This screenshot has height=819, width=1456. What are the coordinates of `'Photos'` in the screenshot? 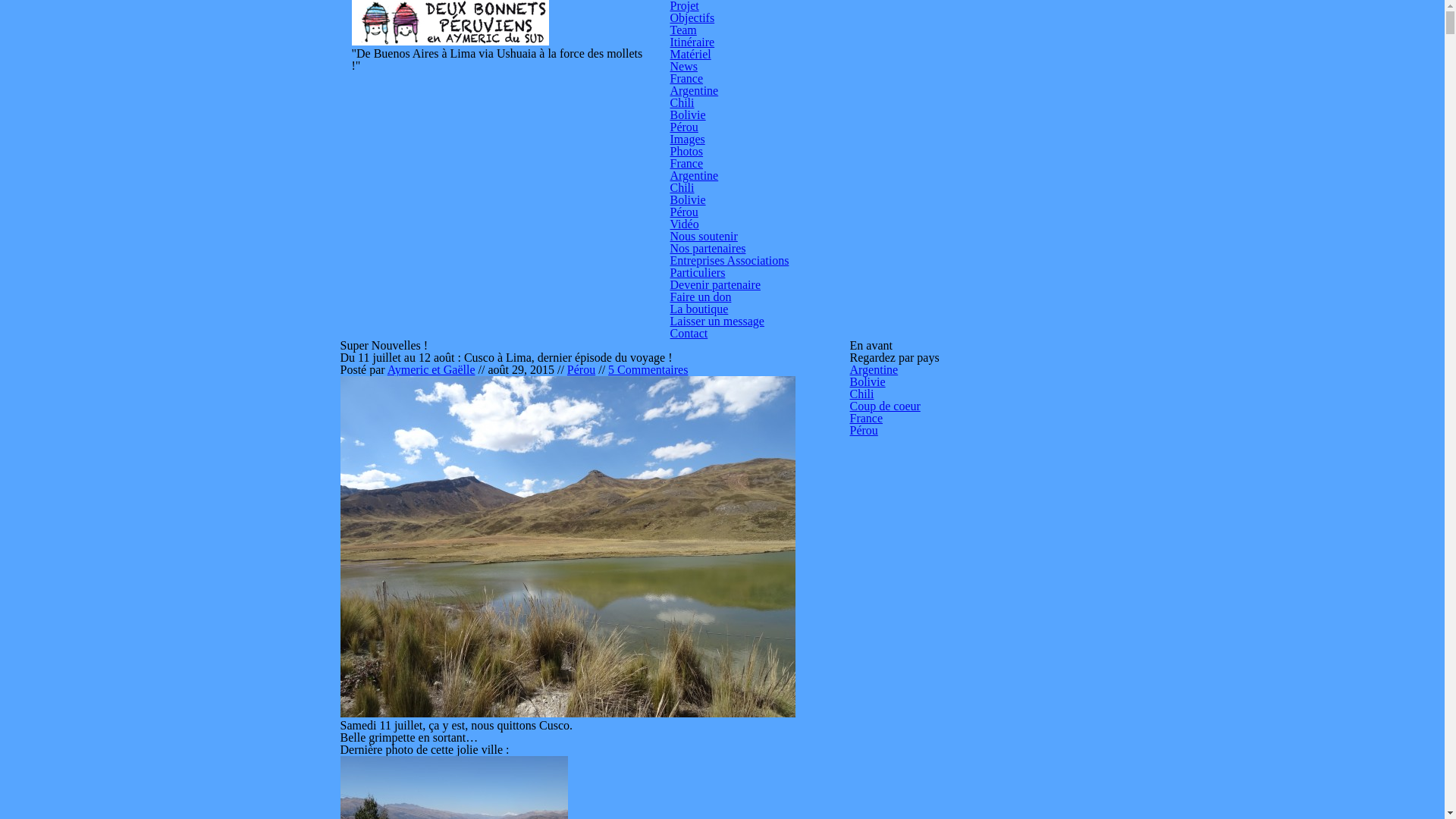 It's located at (686, 151).